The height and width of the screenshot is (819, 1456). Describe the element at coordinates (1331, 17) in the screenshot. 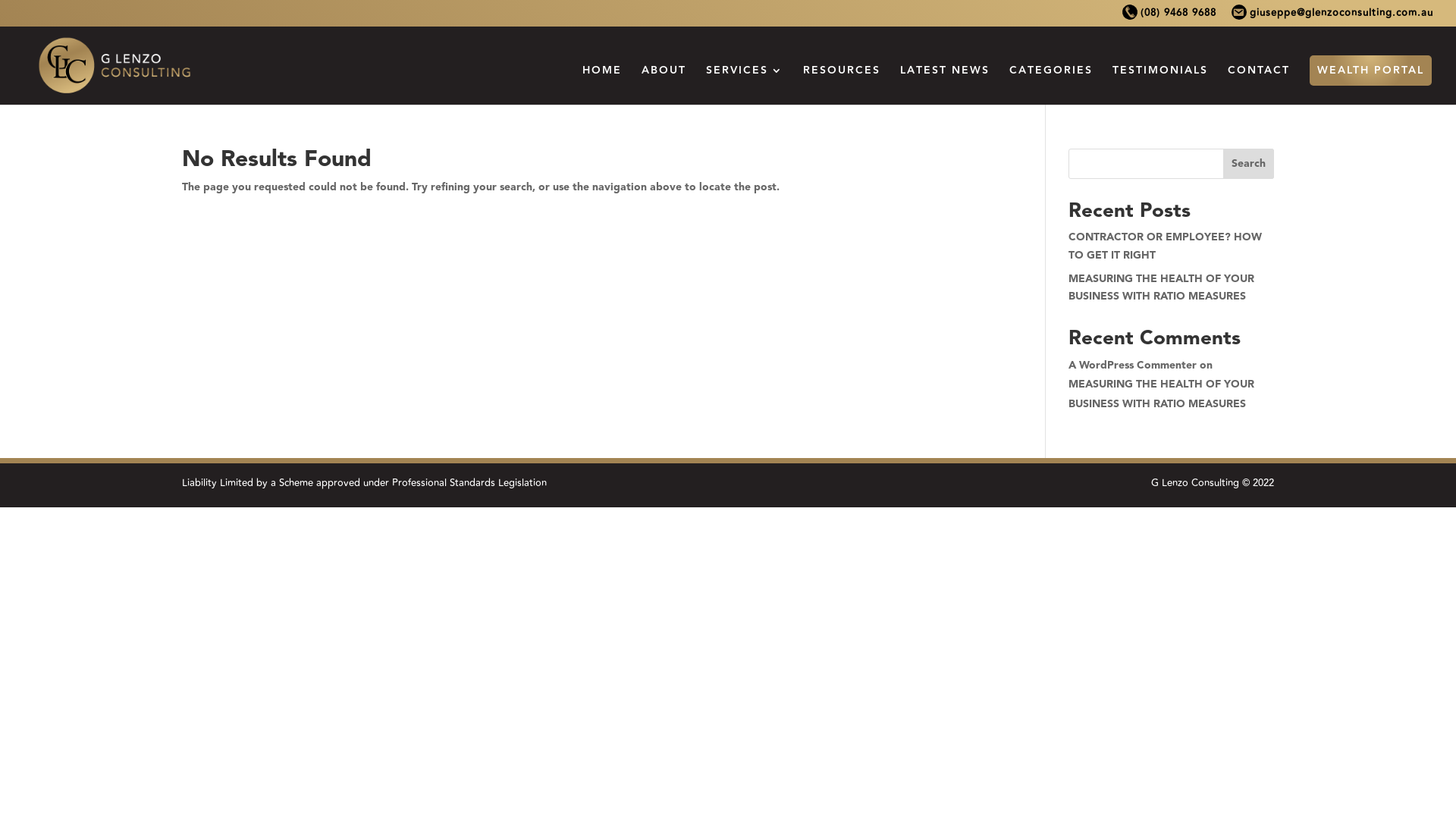

I see `'giuseppe@glenzoconsulting.com.au'` at that location.